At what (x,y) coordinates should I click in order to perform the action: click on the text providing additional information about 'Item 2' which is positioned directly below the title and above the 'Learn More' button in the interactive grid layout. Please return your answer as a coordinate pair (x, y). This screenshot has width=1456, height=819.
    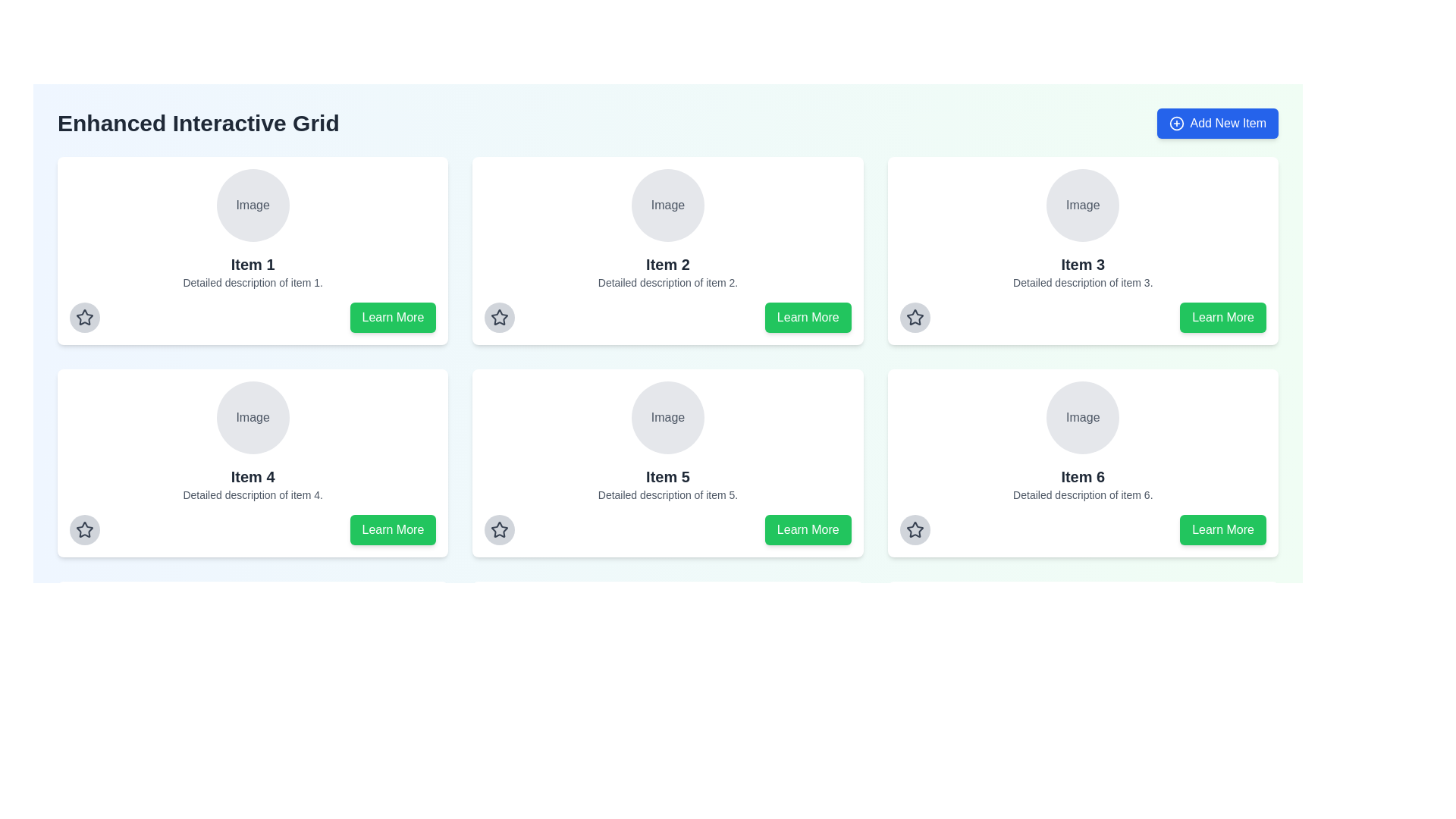
    Looking at the image, I should click on (667, 283).